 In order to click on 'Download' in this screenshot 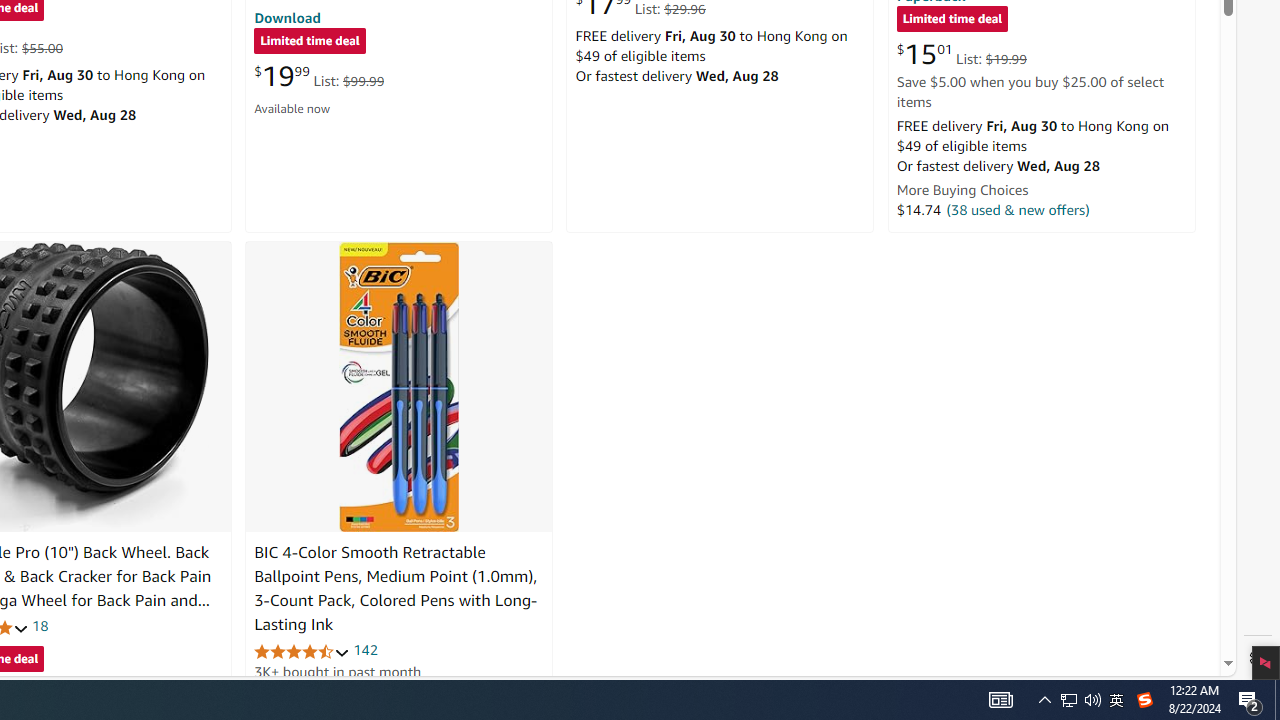, I will do `click(286, 17)`.